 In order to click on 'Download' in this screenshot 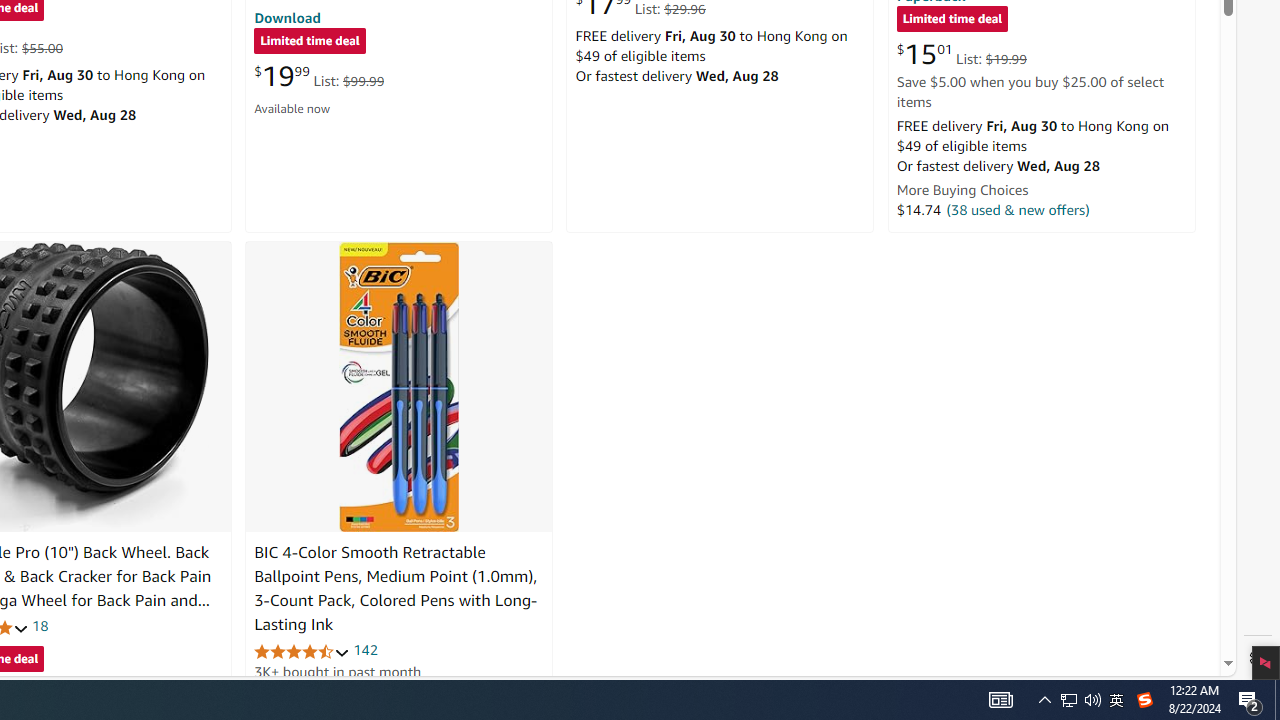, I will do `click(286, 17)`.